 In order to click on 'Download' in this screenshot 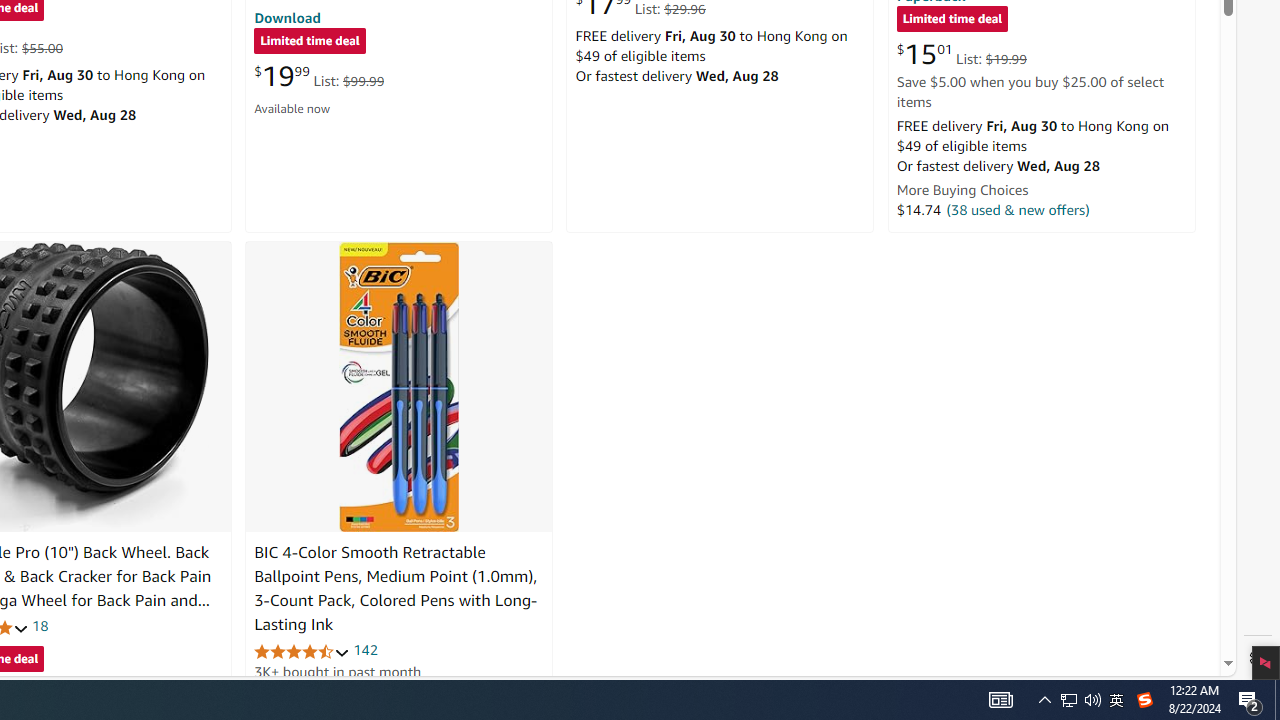, I will do `click(286, 17)`.